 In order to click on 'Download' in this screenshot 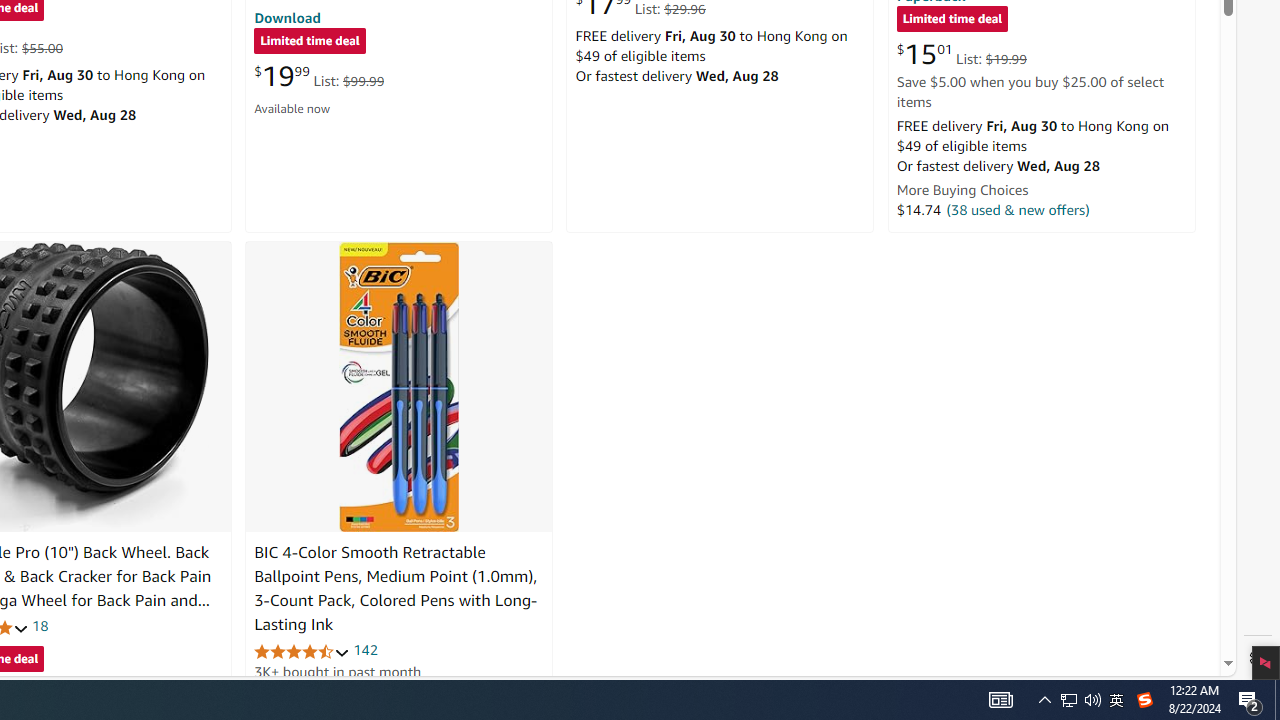, I will do `click(286, 17)`.